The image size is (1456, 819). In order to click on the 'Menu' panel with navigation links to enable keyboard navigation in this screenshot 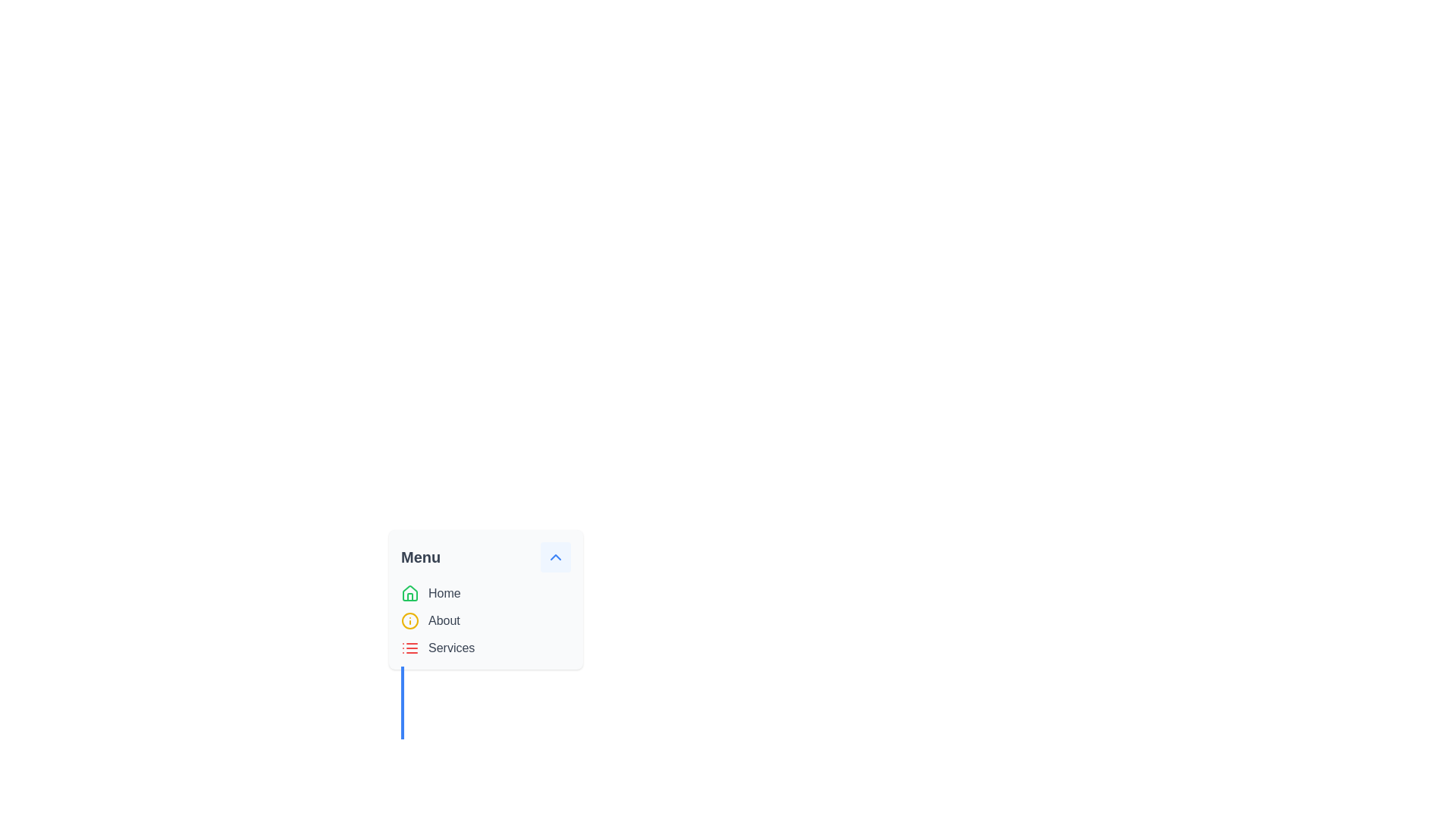, I will do `click(486, 598)`.